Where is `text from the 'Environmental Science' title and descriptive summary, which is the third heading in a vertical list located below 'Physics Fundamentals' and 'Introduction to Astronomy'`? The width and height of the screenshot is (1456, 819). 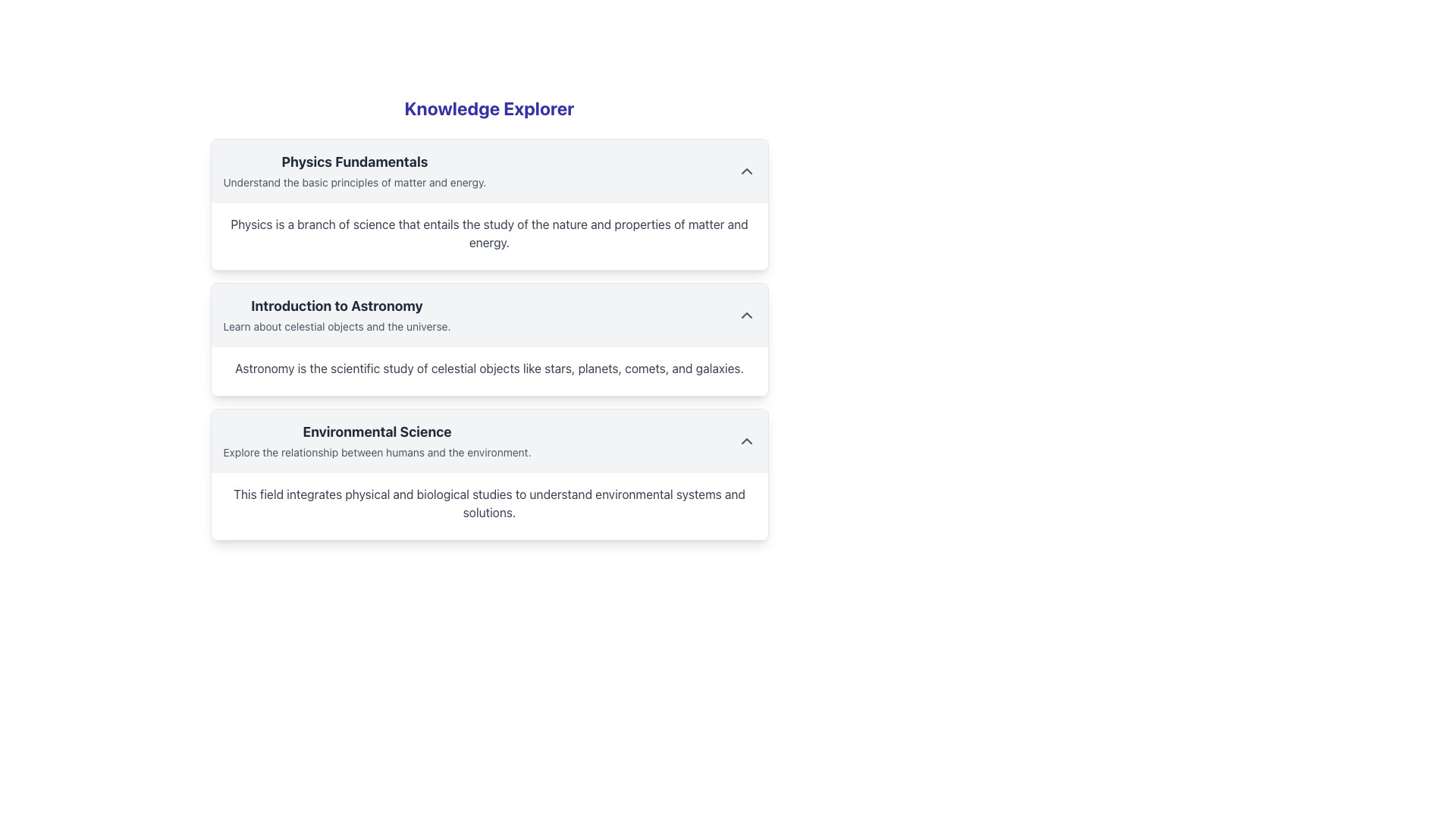 text from the 'Environmental Science' title and descriptive summary, which is the third heading in a vertical list located below 'Physics Fundamentals' and 'Introduction to Astronomy' is located at coordinates (377, 441).